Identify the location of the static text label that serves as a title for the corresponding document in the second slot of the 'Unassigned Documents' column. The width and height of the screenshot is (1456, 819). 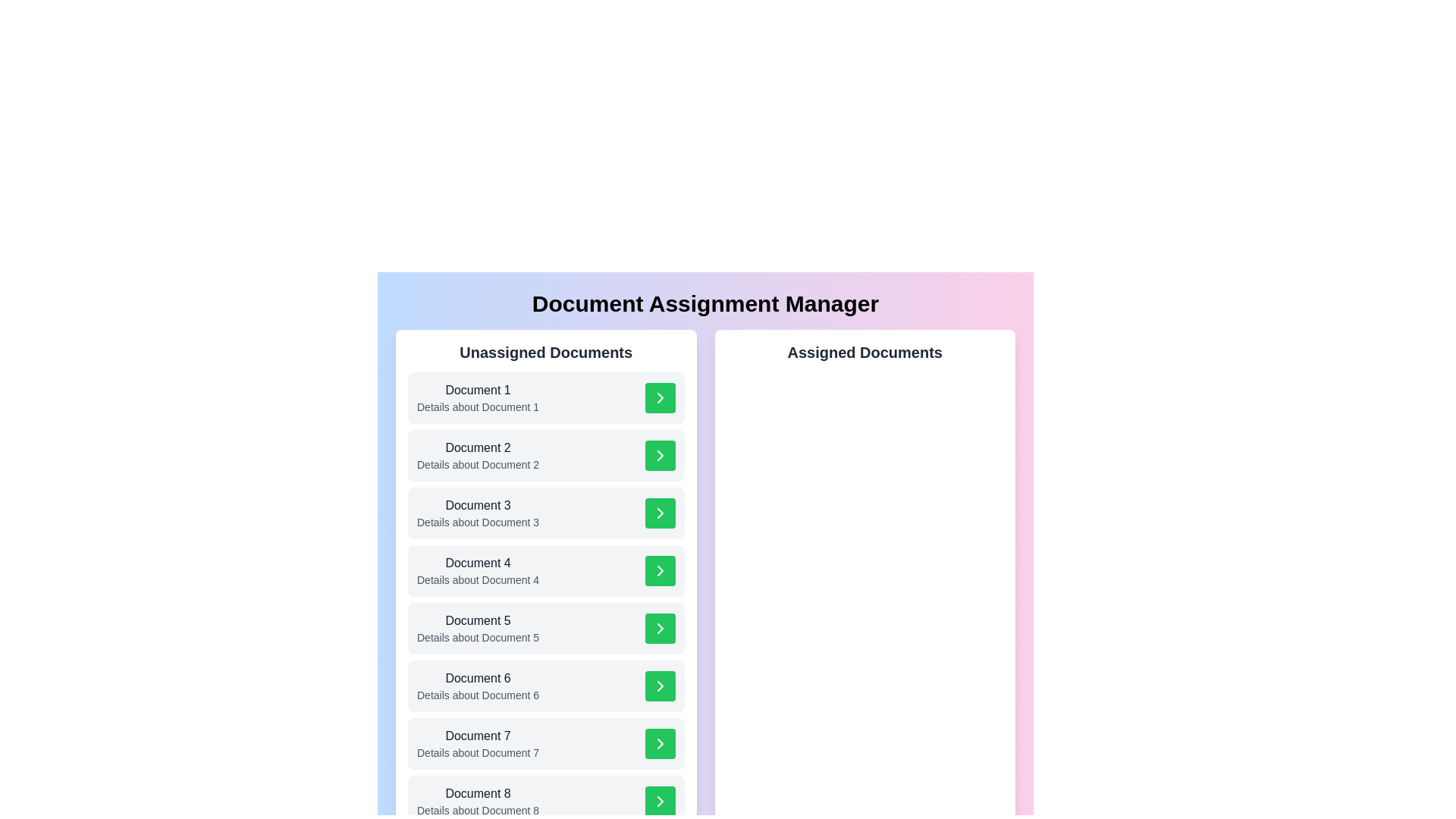
(477, 447).